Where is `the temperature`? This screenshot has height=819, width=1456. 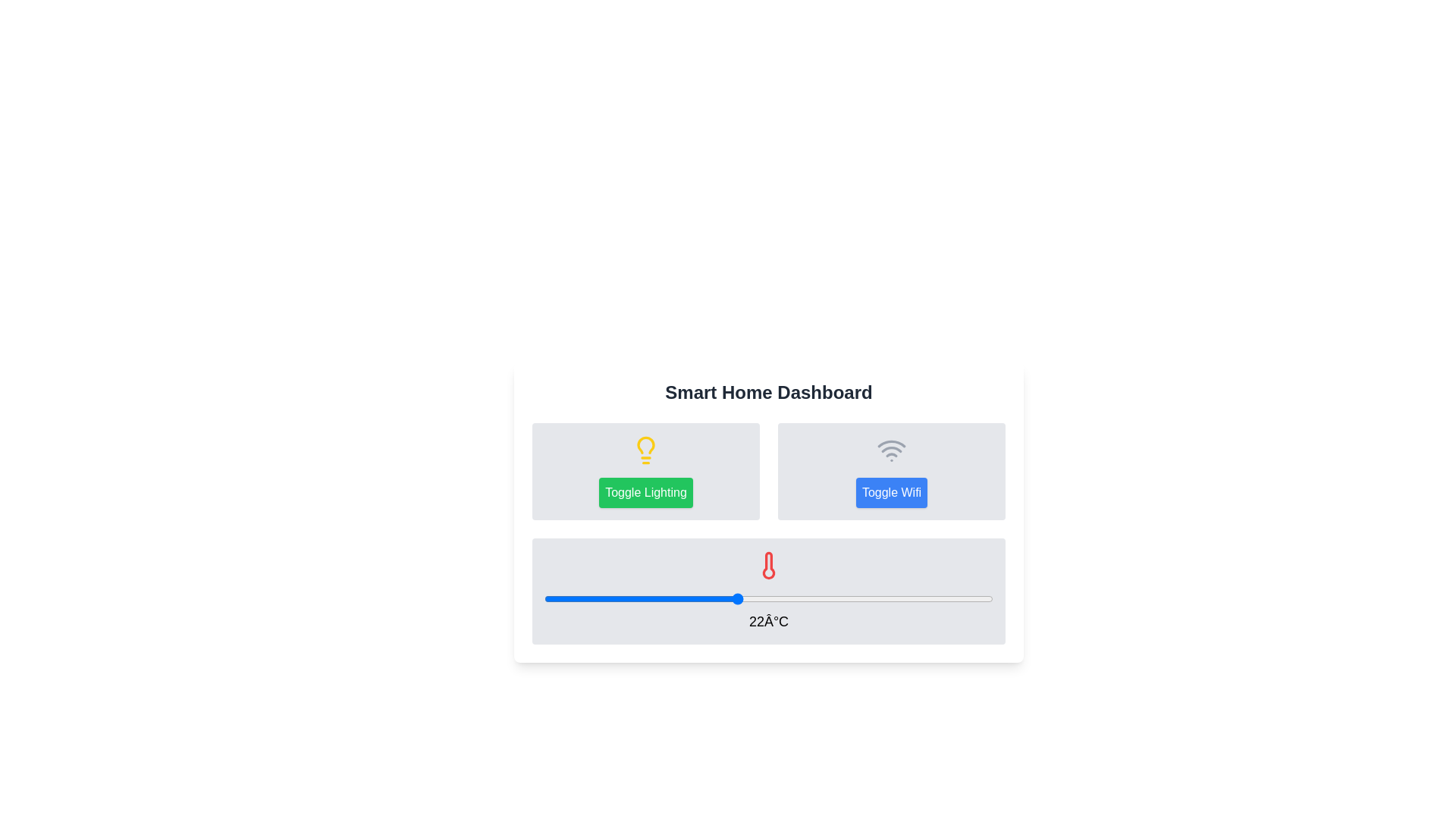 the temperature is located at coordinates (736, 598).